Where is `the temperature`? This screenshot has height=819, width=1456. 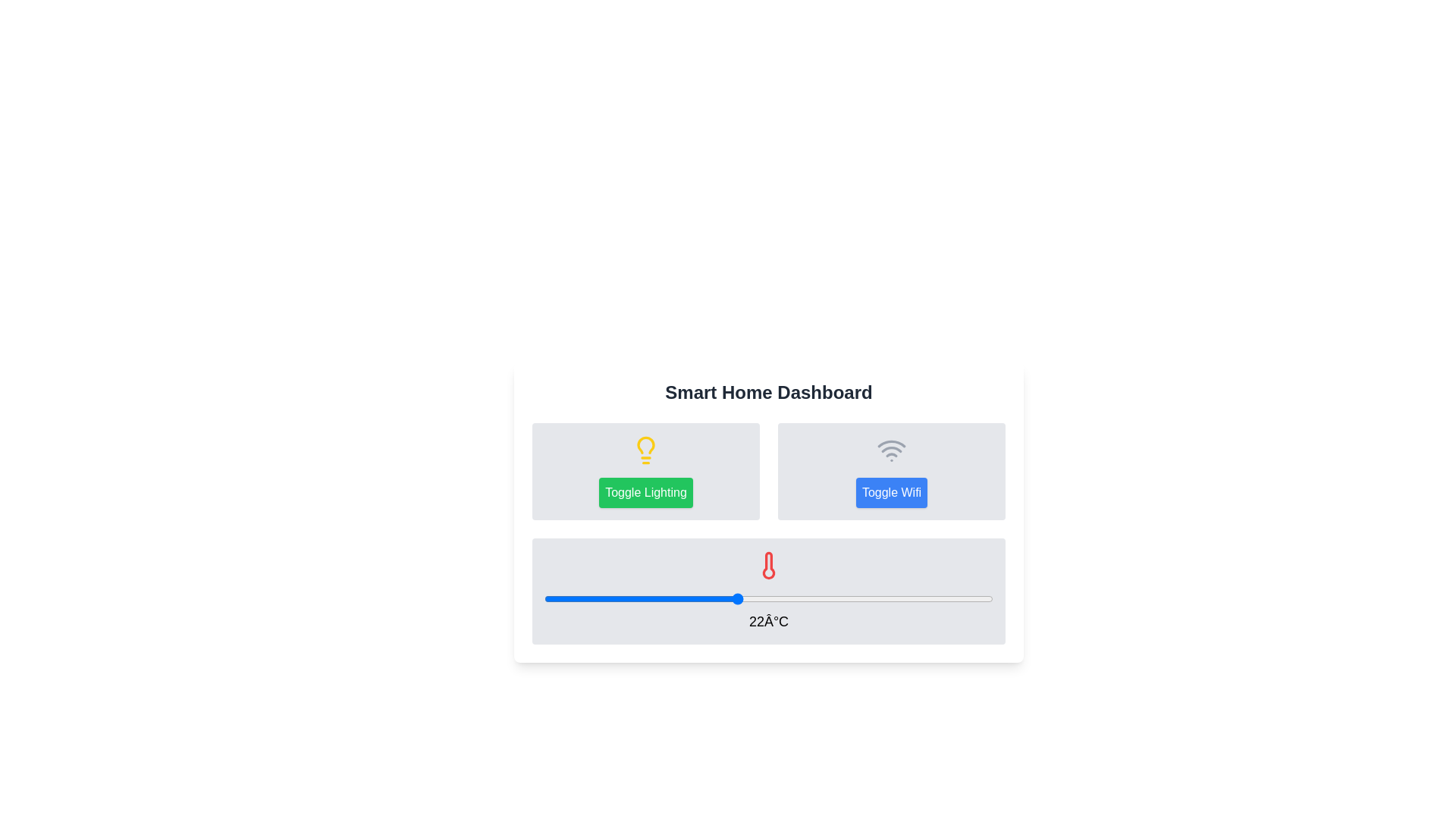 the temperature is located at coordinates (736, 598).